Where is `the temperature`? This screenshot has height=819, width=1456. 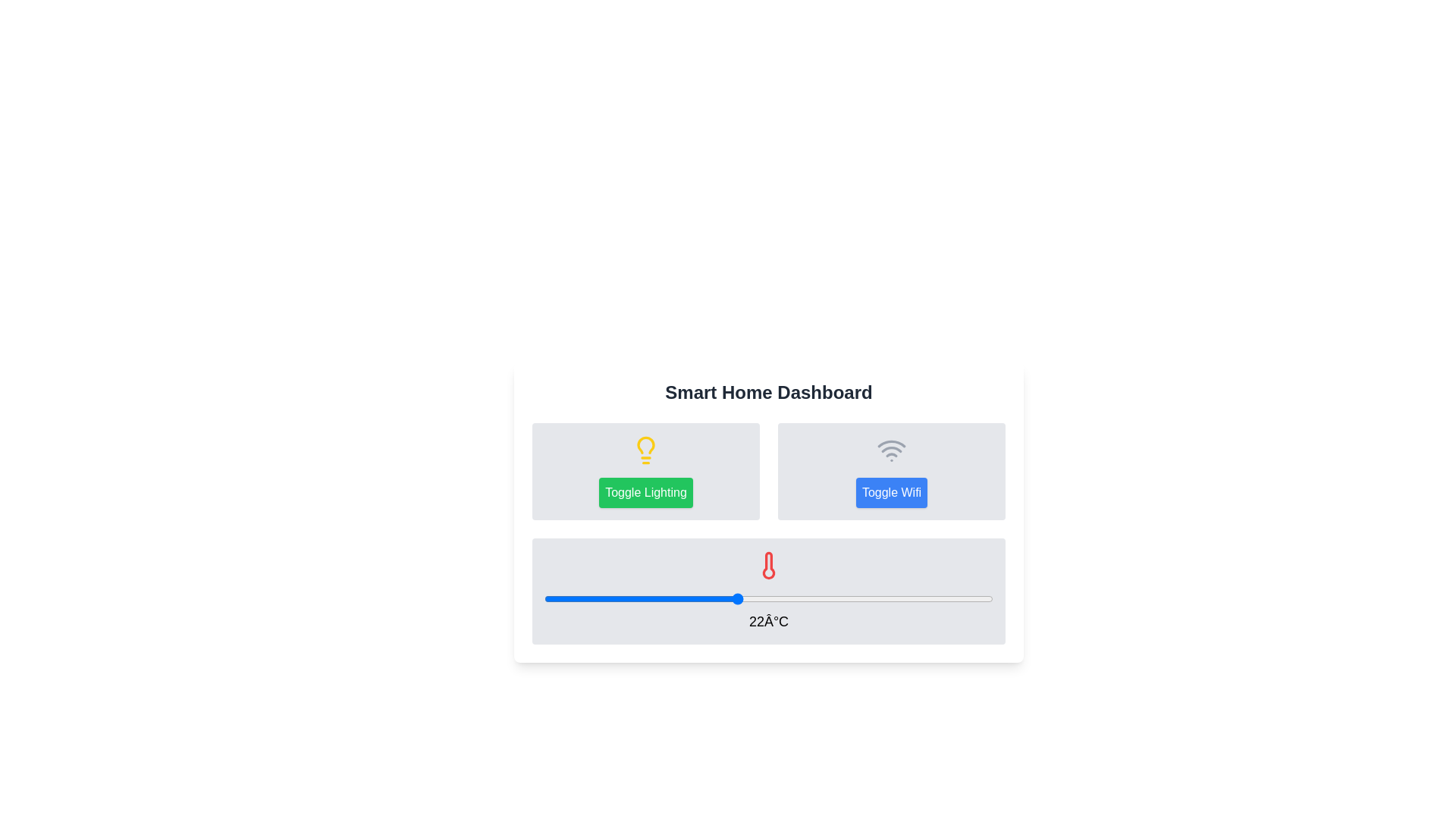 the temperature is located at coordinates (736, 598).